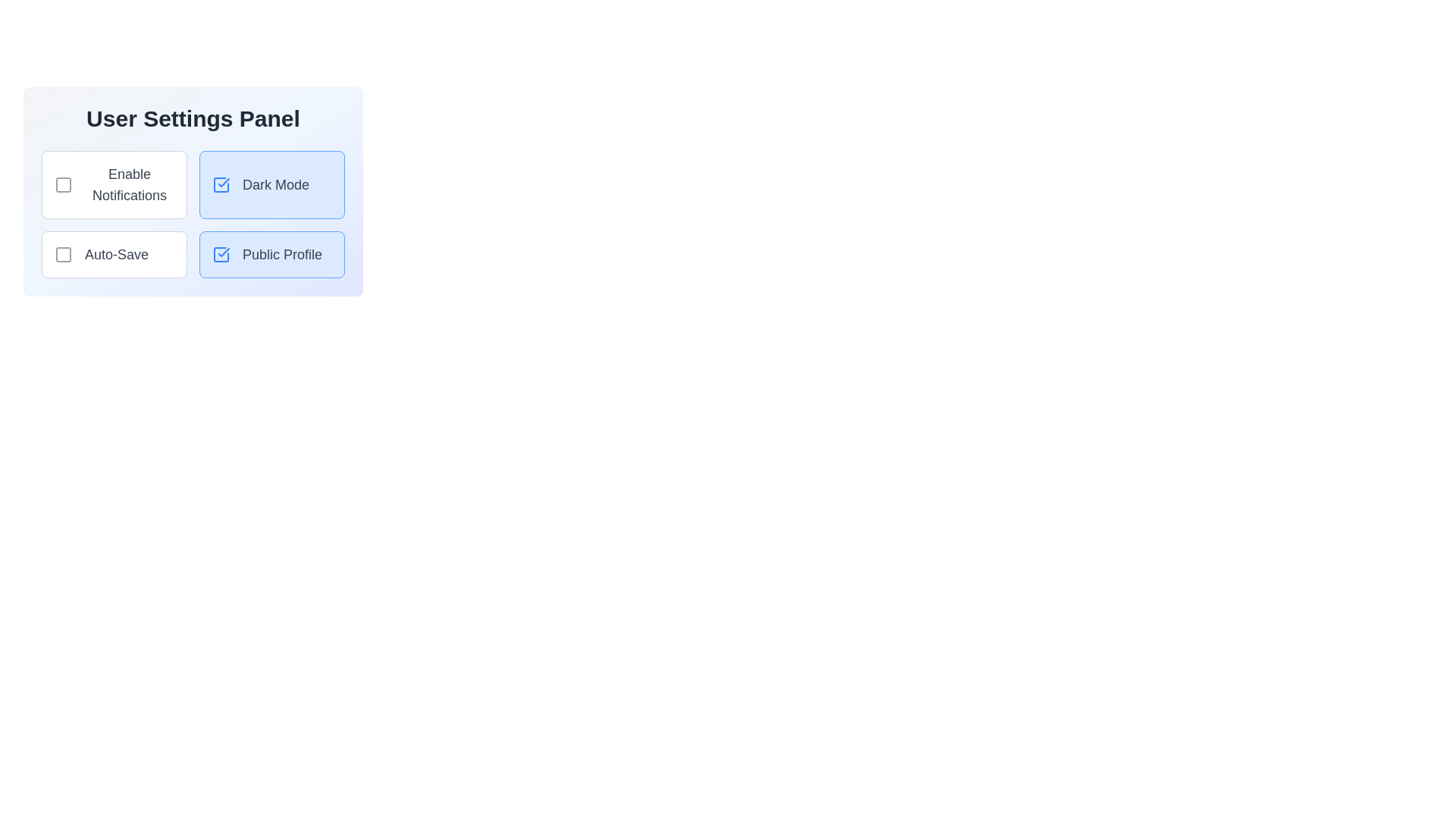  What do you see at coordinates (113, 184) in the screenshot?
I see `the checkbox labeled option in the User Settings Panel` at bounding box center [113, 184].